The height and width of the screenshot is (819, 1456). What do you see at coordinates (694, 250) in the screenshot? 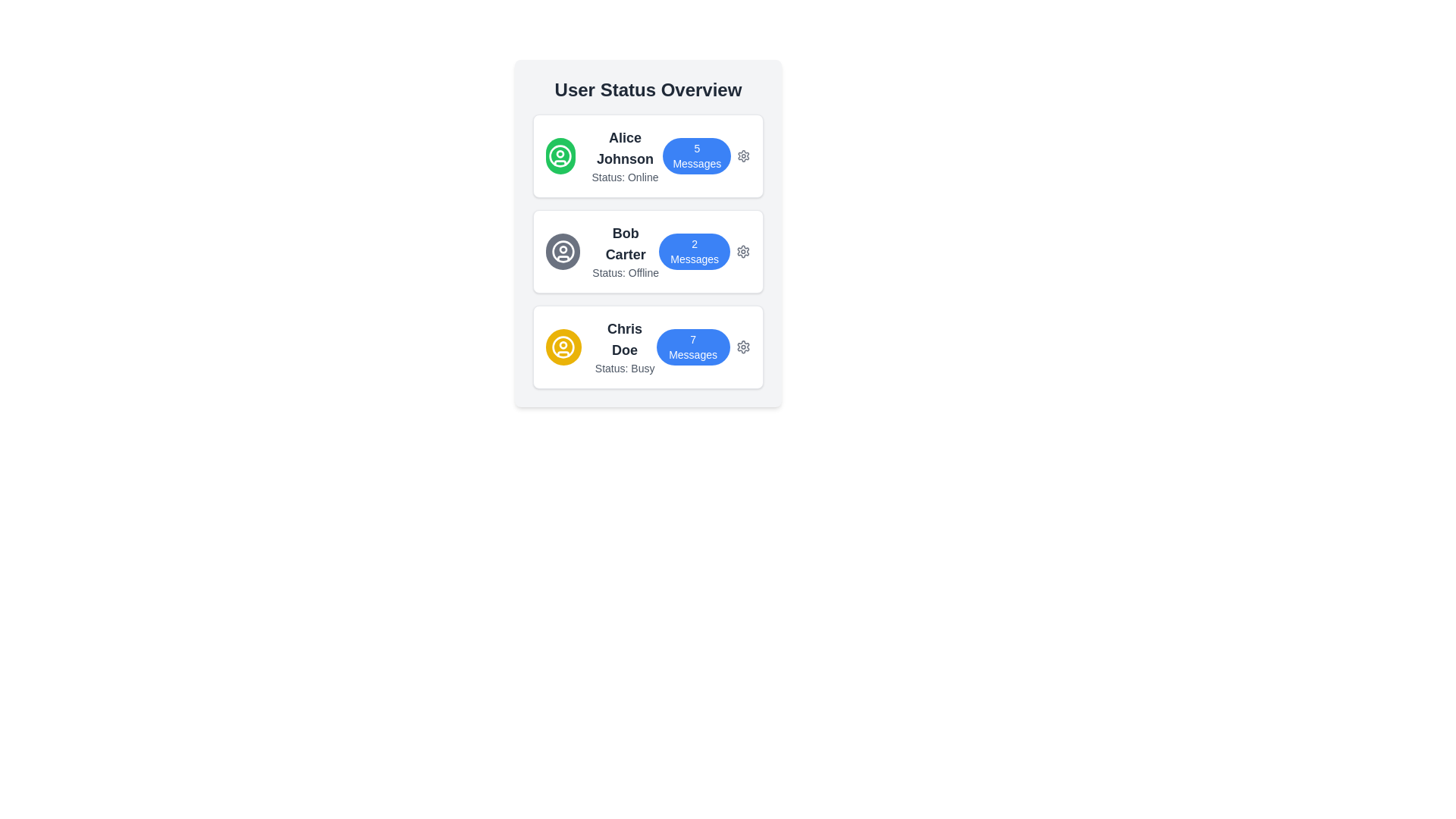
I see `the button next to the user 'Bob Carter'` at bounding box center [694, 250].